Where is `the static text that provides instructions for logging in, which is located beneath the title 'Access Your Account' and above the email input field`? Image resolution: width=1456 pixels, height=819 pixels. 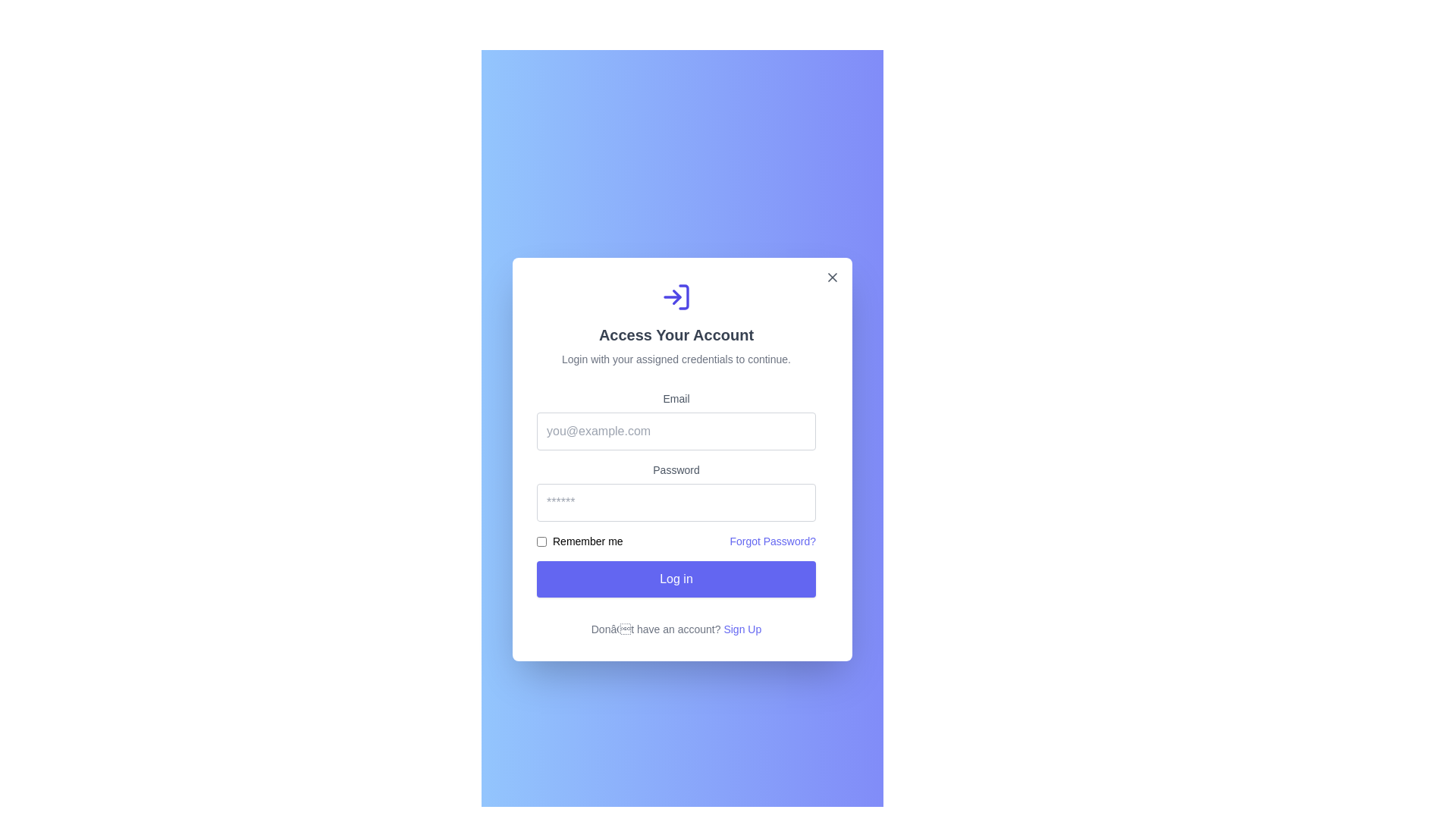 the static text that provides instructions for logging in, which is located beneath the title 'Access Your Account' and above the email input field is located at coordinates (676, 359).